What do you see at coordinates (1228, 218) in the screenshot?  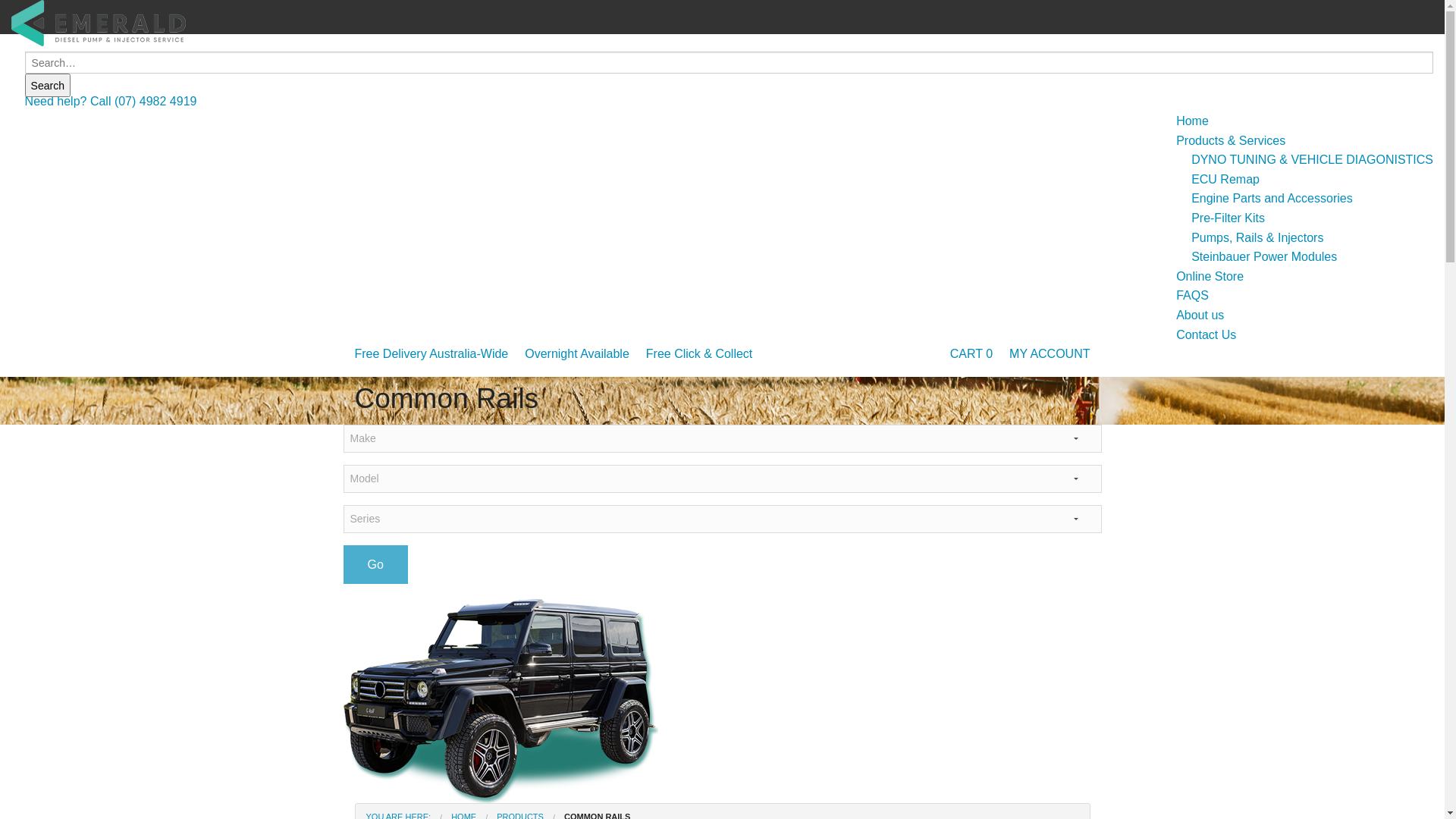 I see `'Pre-Filter Kits'` at bounding box center [1228, 218].